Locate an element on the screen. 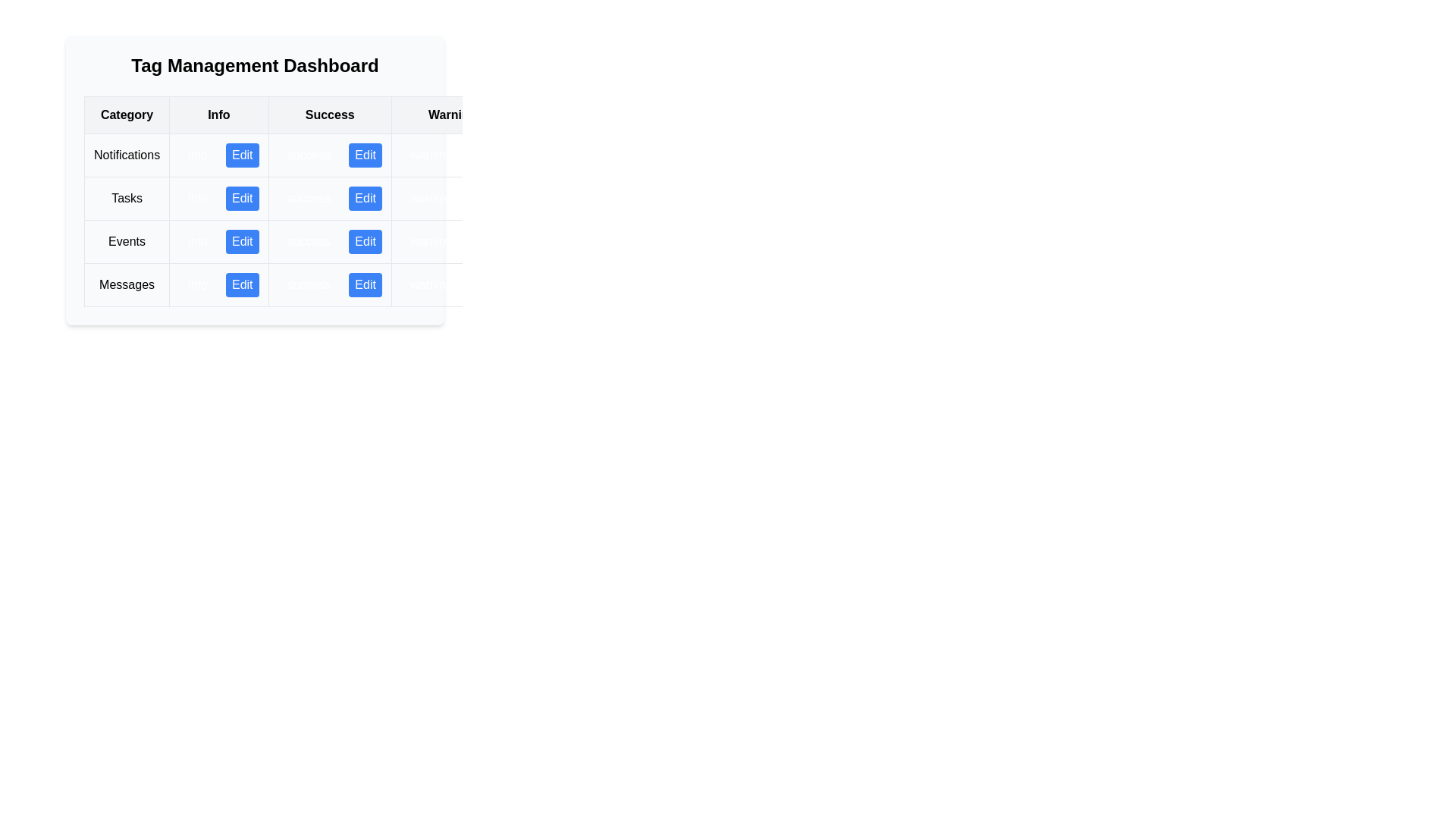 The image size is (1456, 819). the 'Messages' label in the 'Category' column of the table, which is the fourth entry below 'Events' is located at coordinates (127, 284).